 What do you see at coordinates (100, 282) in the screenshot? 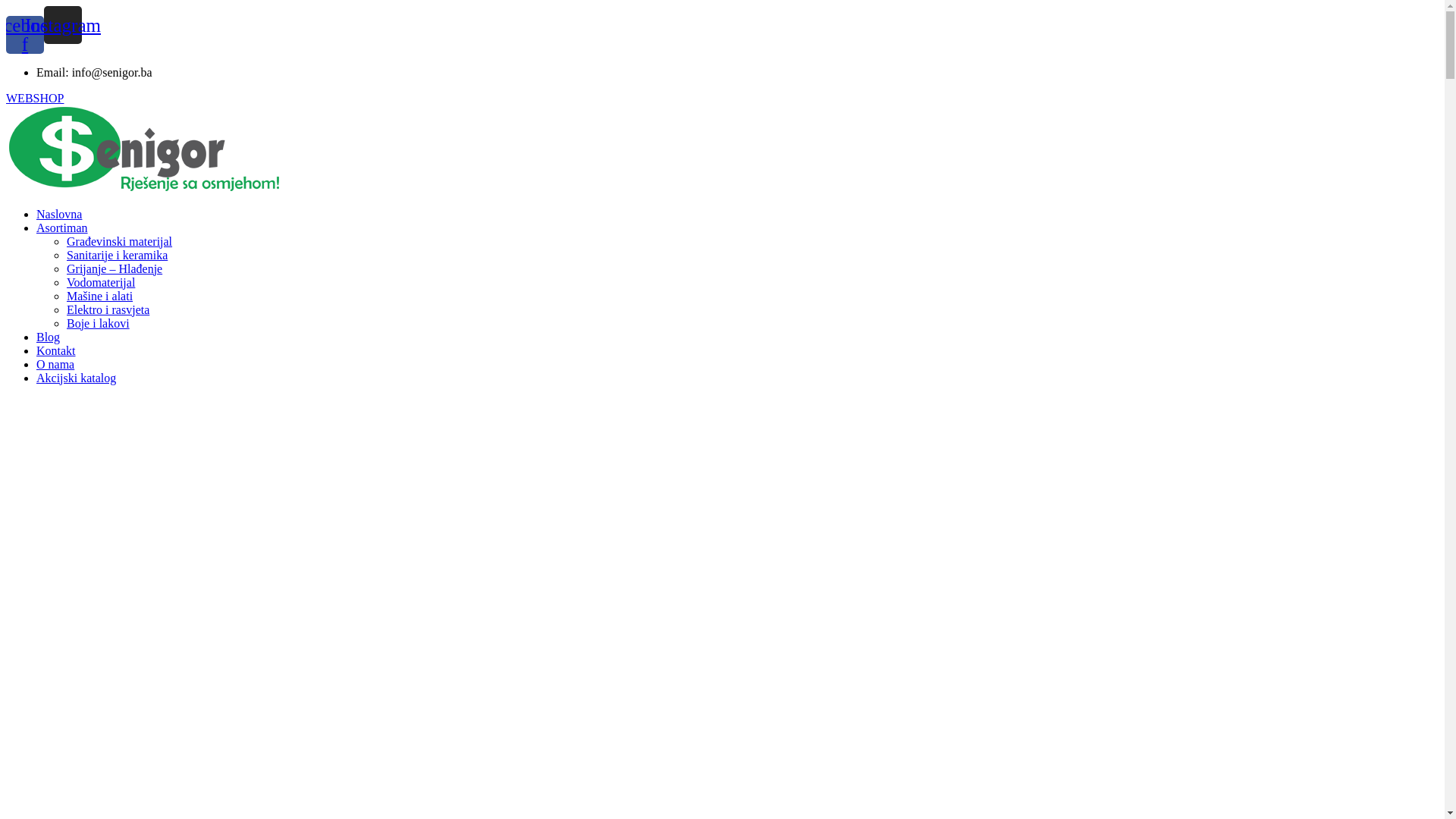
I see `'Vodomaterijal'` at bounding box center [100, 282].